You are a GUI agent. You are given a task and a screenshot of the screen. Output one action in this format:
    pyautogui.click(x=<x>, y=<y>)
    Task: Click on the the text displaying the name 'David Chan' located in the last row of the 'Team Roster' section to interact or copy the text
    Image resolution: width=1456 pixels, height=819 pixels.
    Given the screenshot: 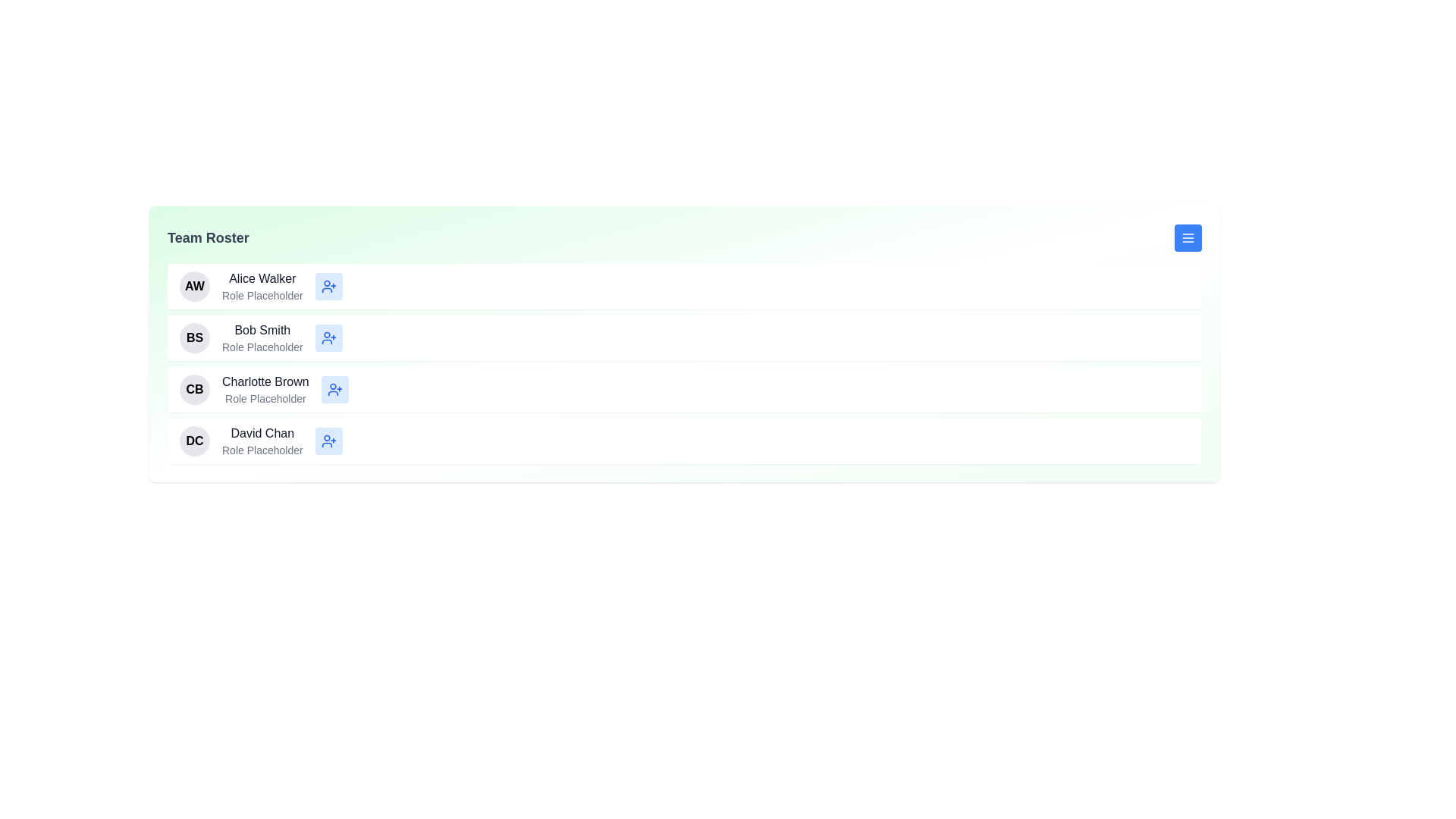 What is the action you would take?
    pyautogui.click(x=262, y=433)
    